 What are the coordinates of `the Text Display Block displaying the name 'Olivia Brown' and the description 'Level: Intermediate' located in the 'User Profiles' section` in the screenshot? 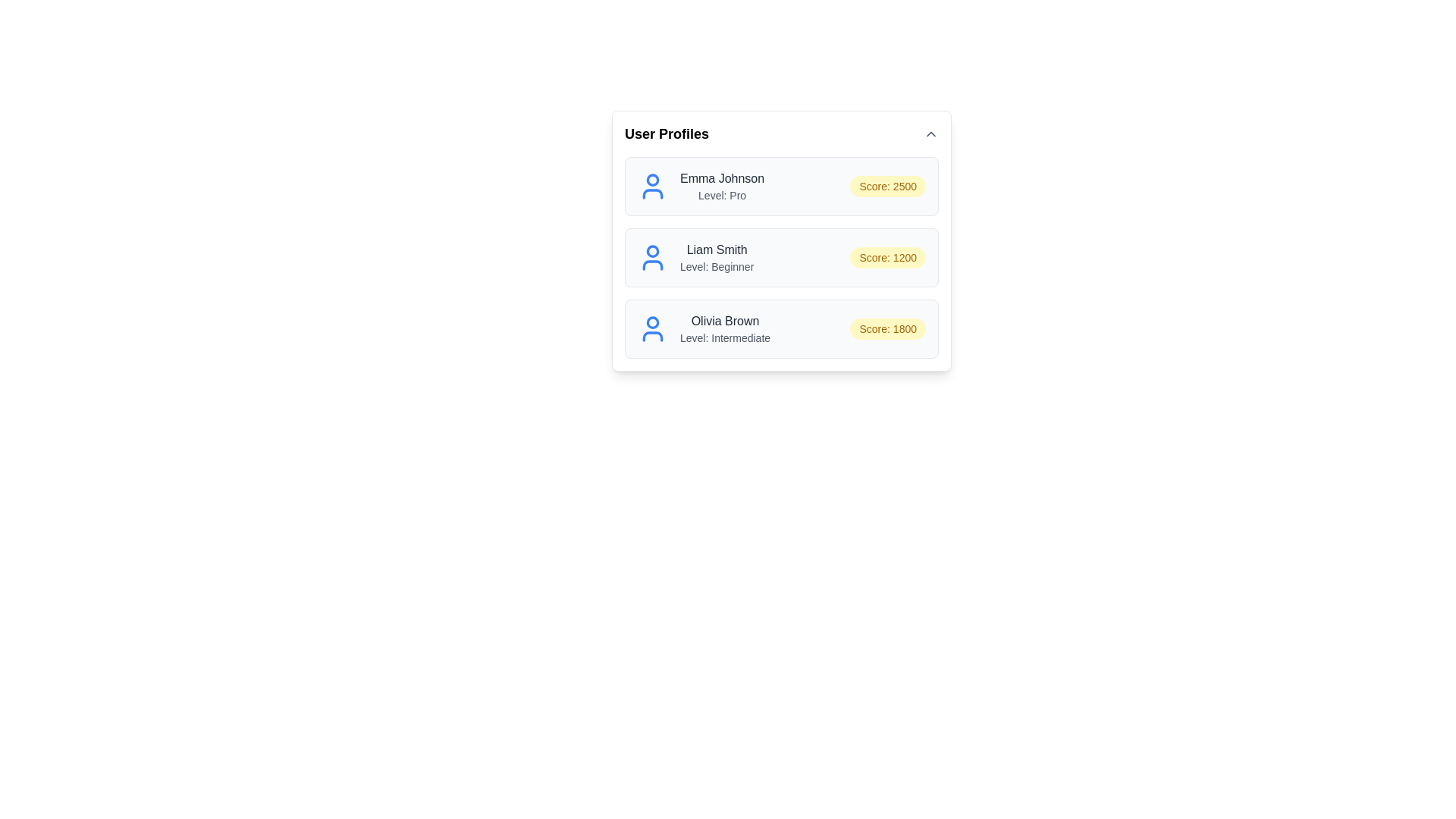 It's located at (724, 328).